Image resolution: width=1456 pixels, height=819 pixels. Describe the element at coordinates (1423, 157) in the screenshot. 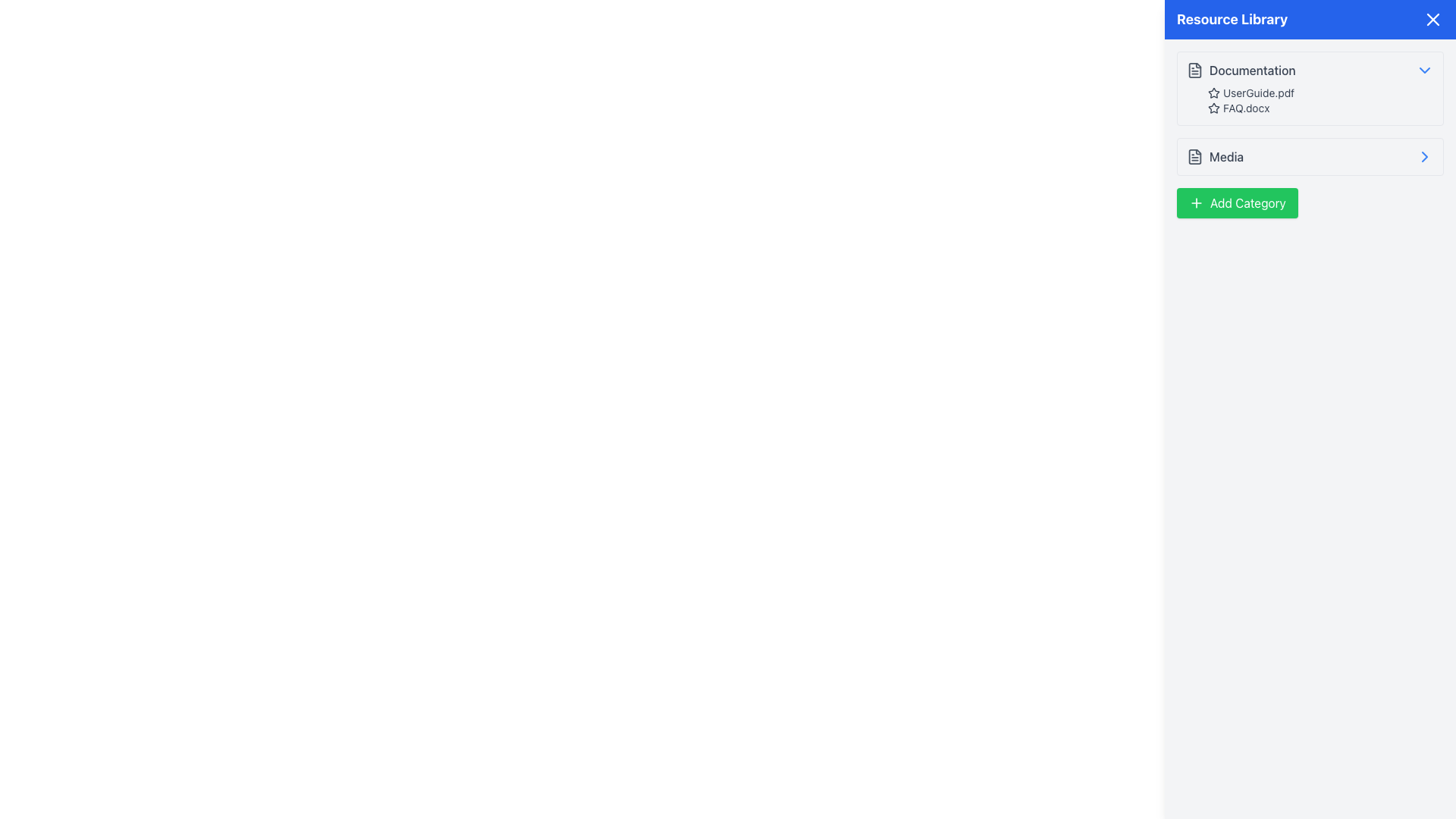

I see `the right-pointing chevron icon in the 'Media' section of the 'Resource Library' panel to interact with the expandable/collapsible menu` at that location.